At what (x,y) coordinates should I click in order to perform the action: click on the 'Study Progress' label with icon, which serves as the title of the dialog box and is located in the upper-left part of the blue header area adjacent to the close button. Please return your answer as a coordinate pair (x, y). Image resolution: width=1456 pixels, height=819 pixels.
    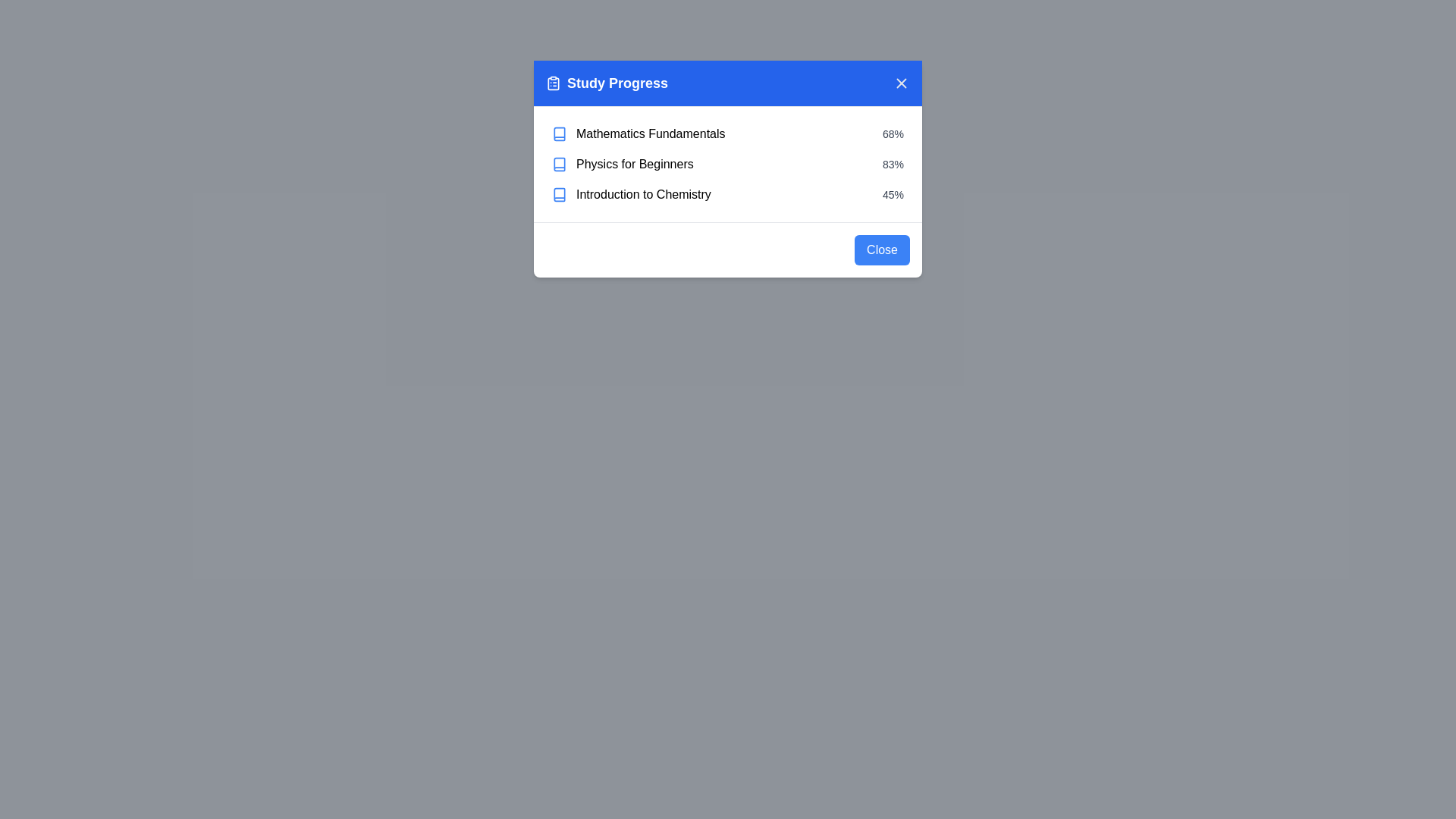
    Looking at the image, I should click on (607, 83).